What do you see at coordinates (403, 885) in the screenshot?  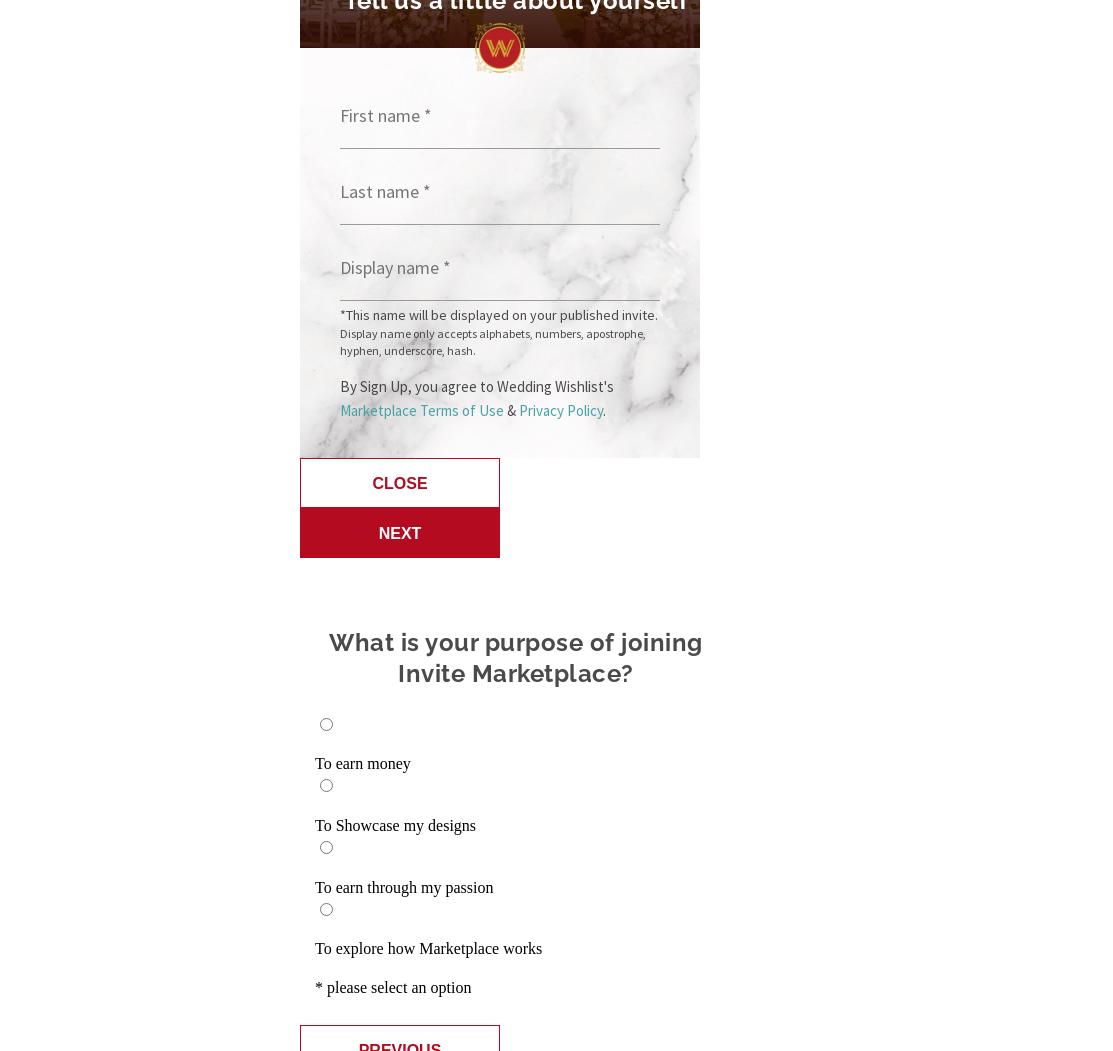 I see `'To earn through my passion'` at bounding box center [403, 885].